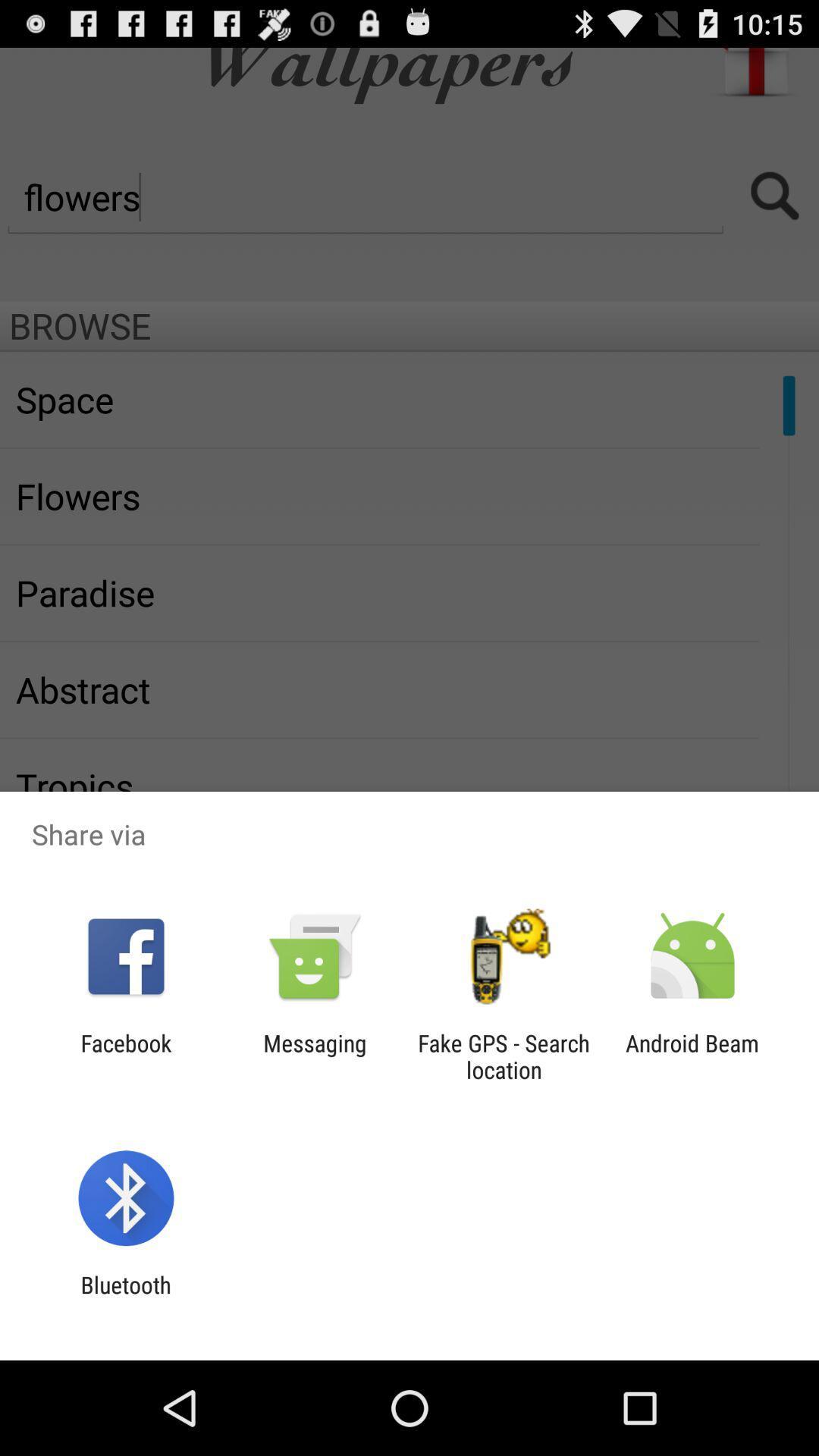 The image size is (819, 1456). I want to click on the messaging icon, so click(314, 1056).